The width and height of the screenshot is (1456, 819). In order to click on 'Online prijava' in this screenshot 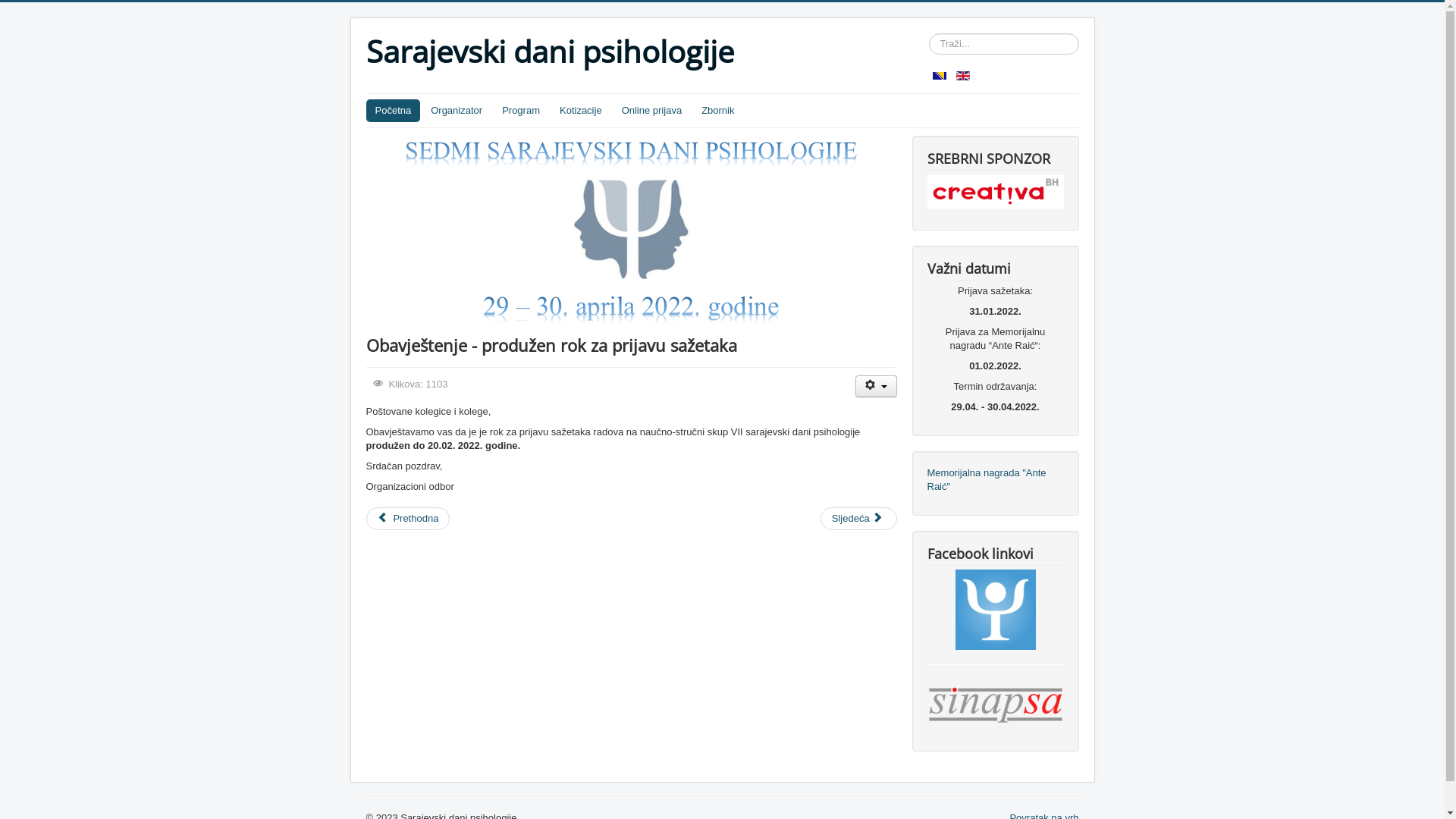, I will do `click(651, 110)`.